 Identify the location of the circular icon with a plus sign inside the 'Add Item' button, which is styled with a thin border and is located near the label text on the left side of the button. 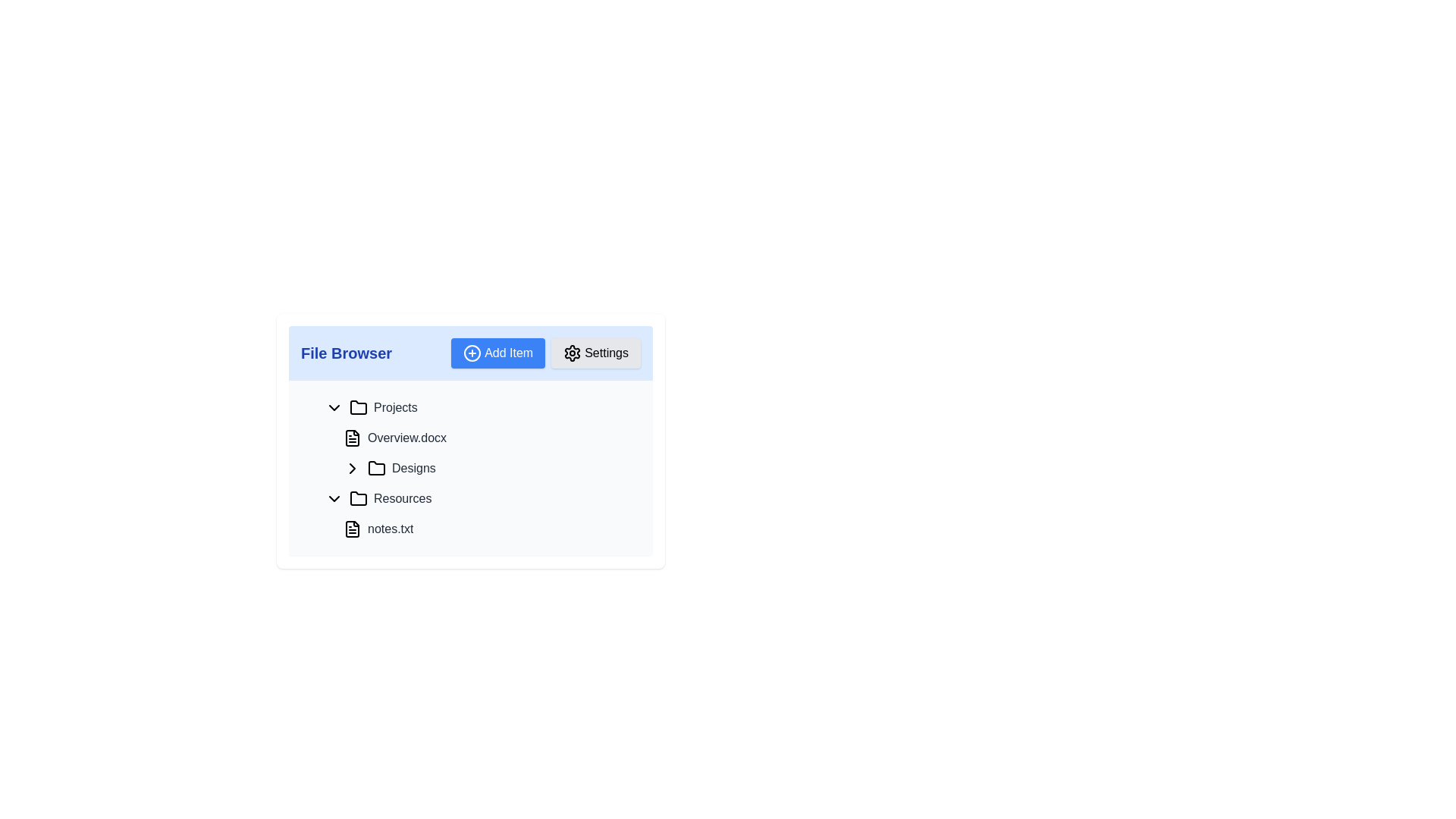
(472, 353).